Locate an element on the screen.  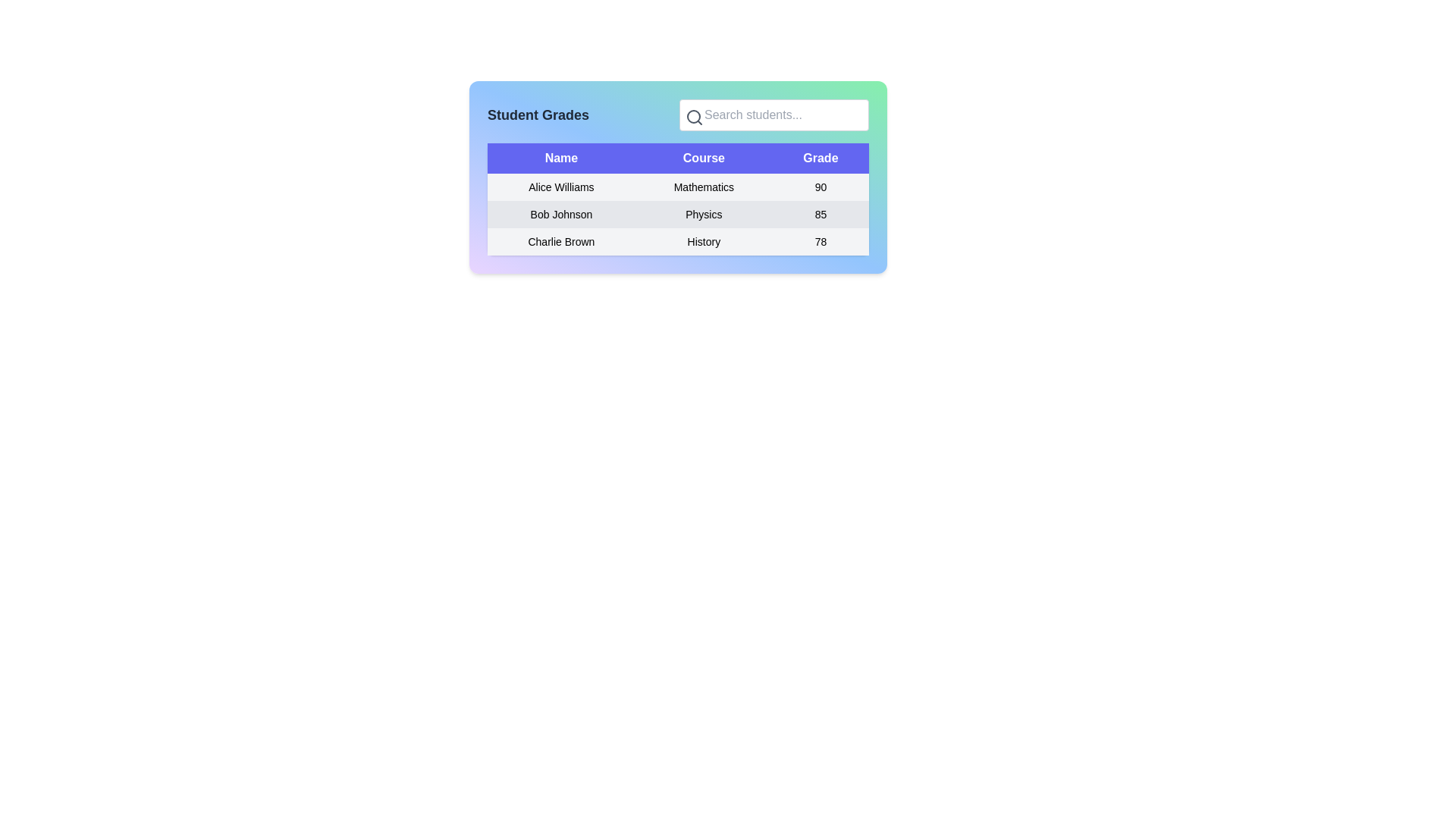
the static text label 'Course' in the table header, which is styled with bold white font on a purple background and is the second element between 'Name' and 'Grade' is located at coordinates (703, 158).